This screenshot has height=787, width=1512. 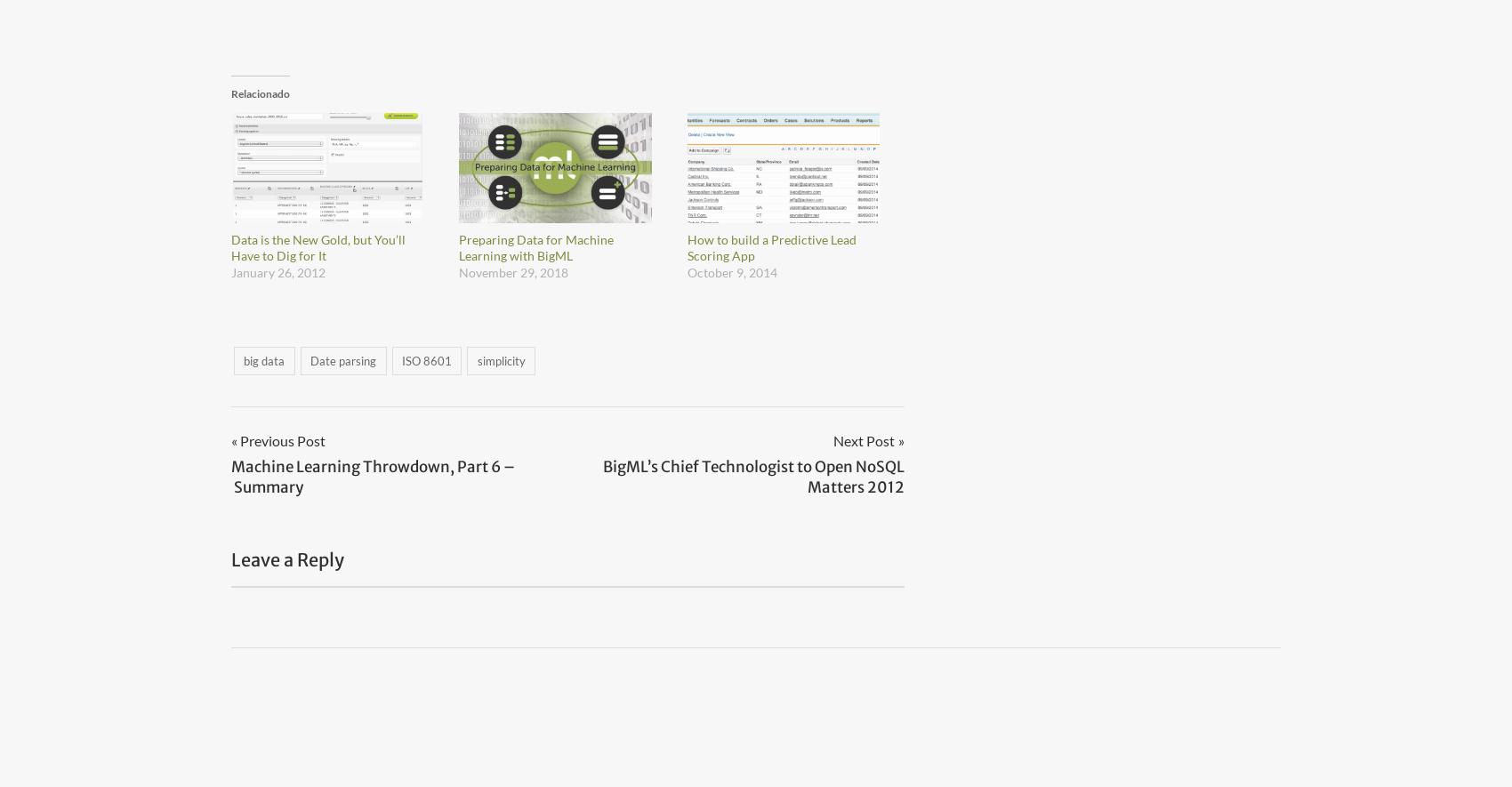 I want to click on 'Machine Learning Throwdown, Part 6 – Summary', so click(x=372, y=475).